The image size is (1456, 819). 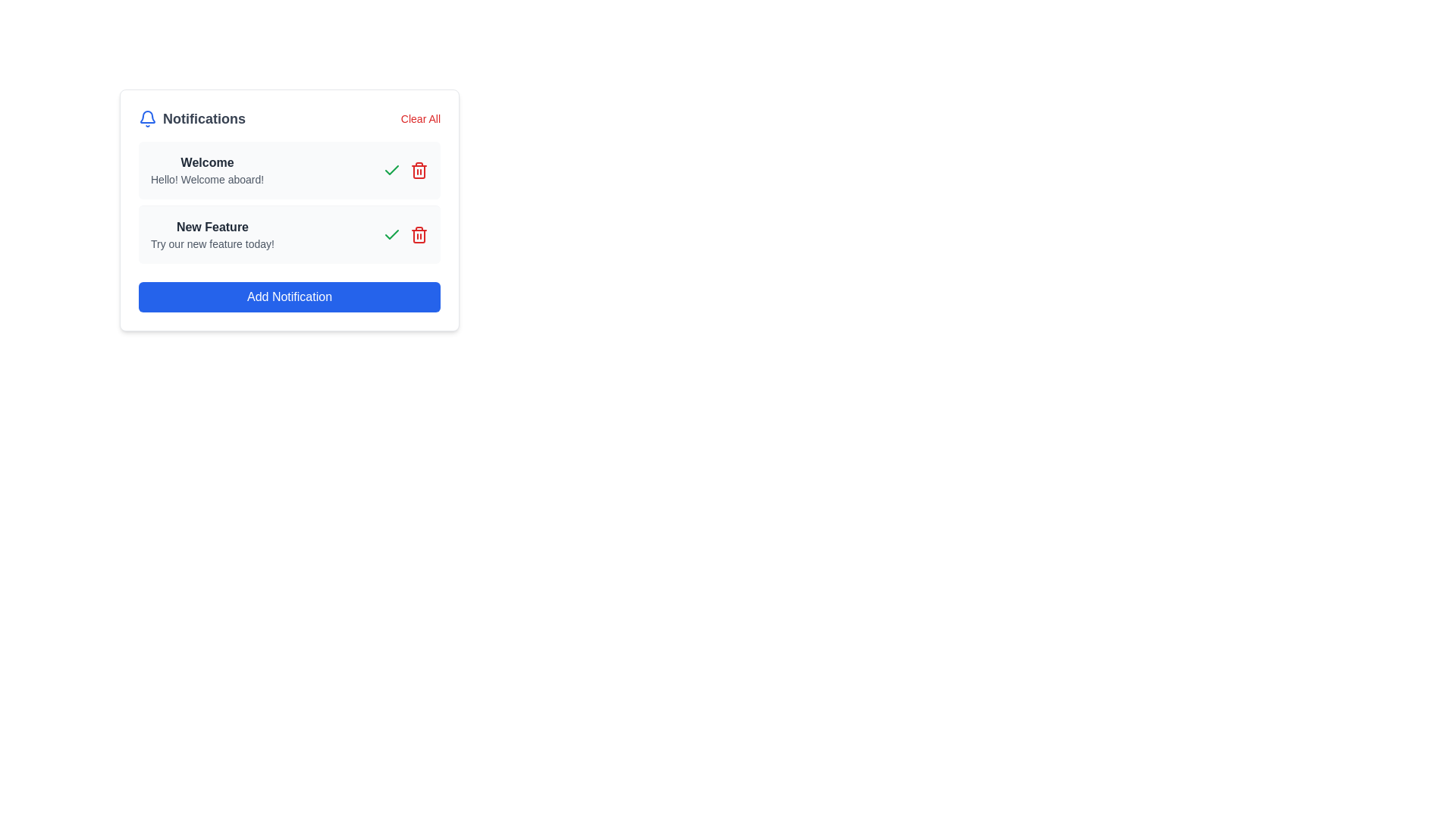 What do you see at coordinates (392, 170) in the screenshot?
I see `the green checkmark icon associated with the 'New Feature' notification entry, located on the right-hand side of the notification text` at bounding box center [392, 170].